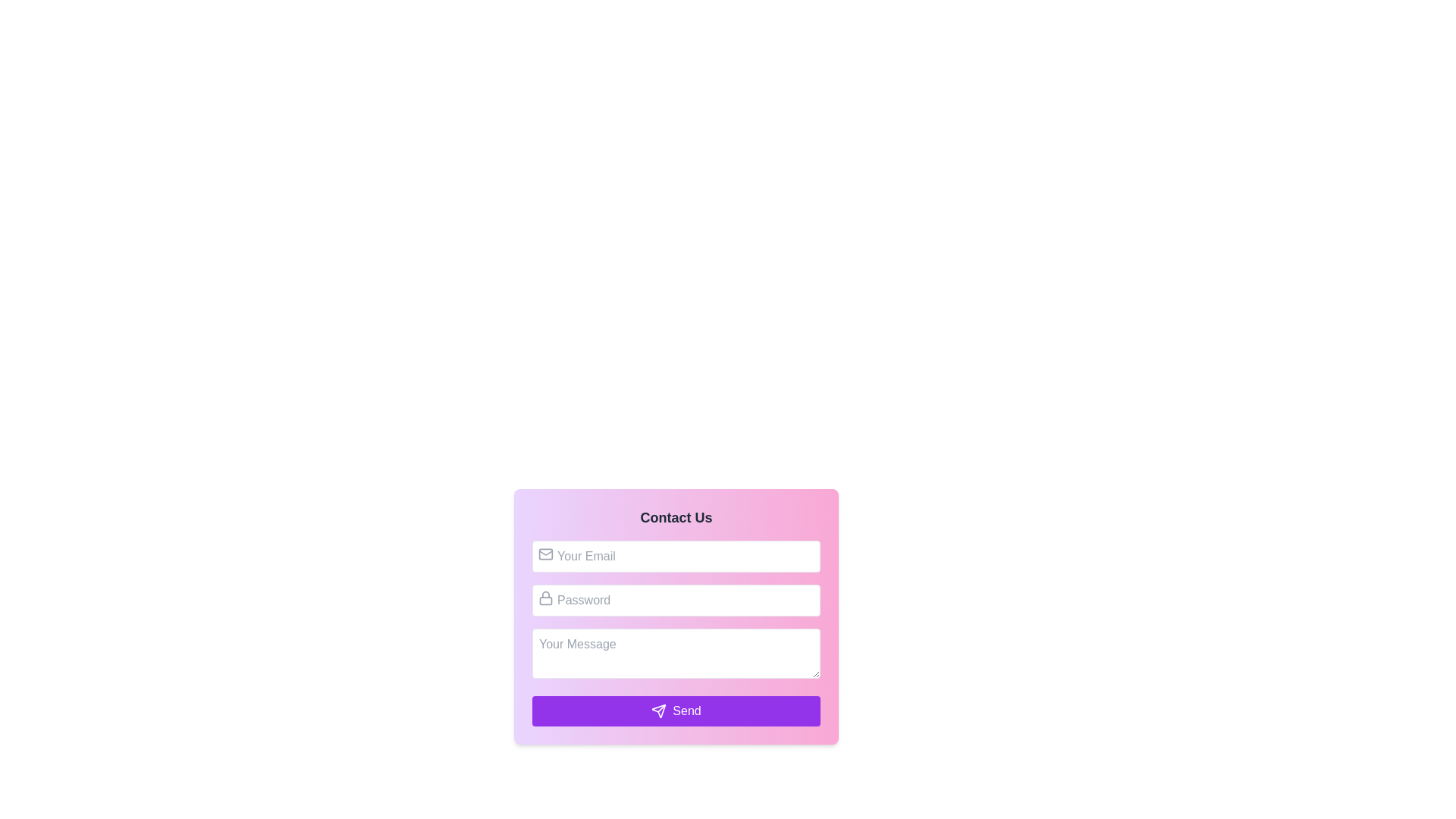  Describe the element at coordinates (546, 554) in the screenshot. I see `the decorative SVG rectangle with rounded corners that is part of the mail icon, located to the left of the email text field in the 'Contact Us' form` at that location.